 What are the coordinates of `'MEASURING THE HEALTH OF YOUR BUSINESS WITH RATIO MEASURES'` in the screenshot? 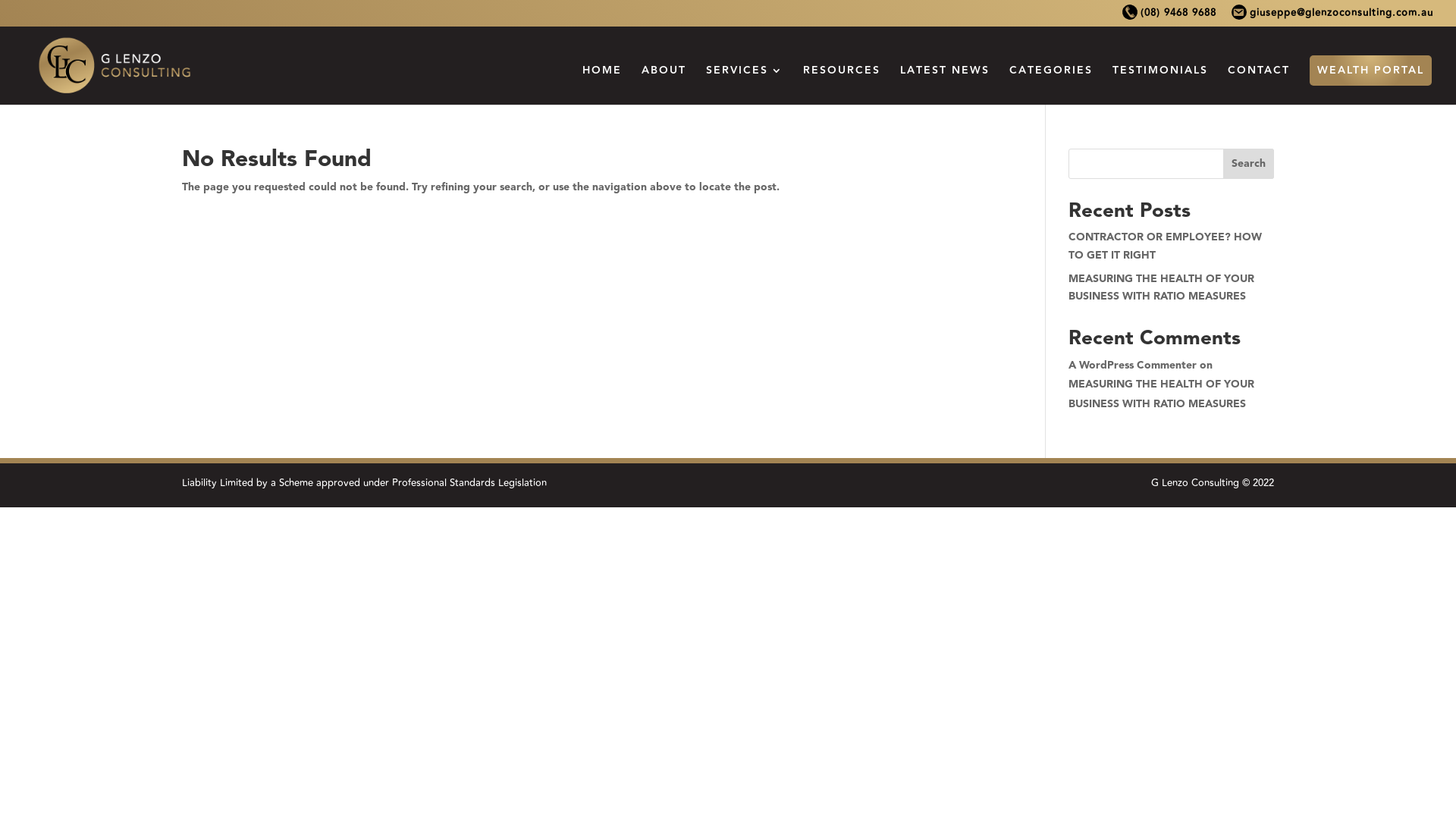 It's located at (1160, 393).